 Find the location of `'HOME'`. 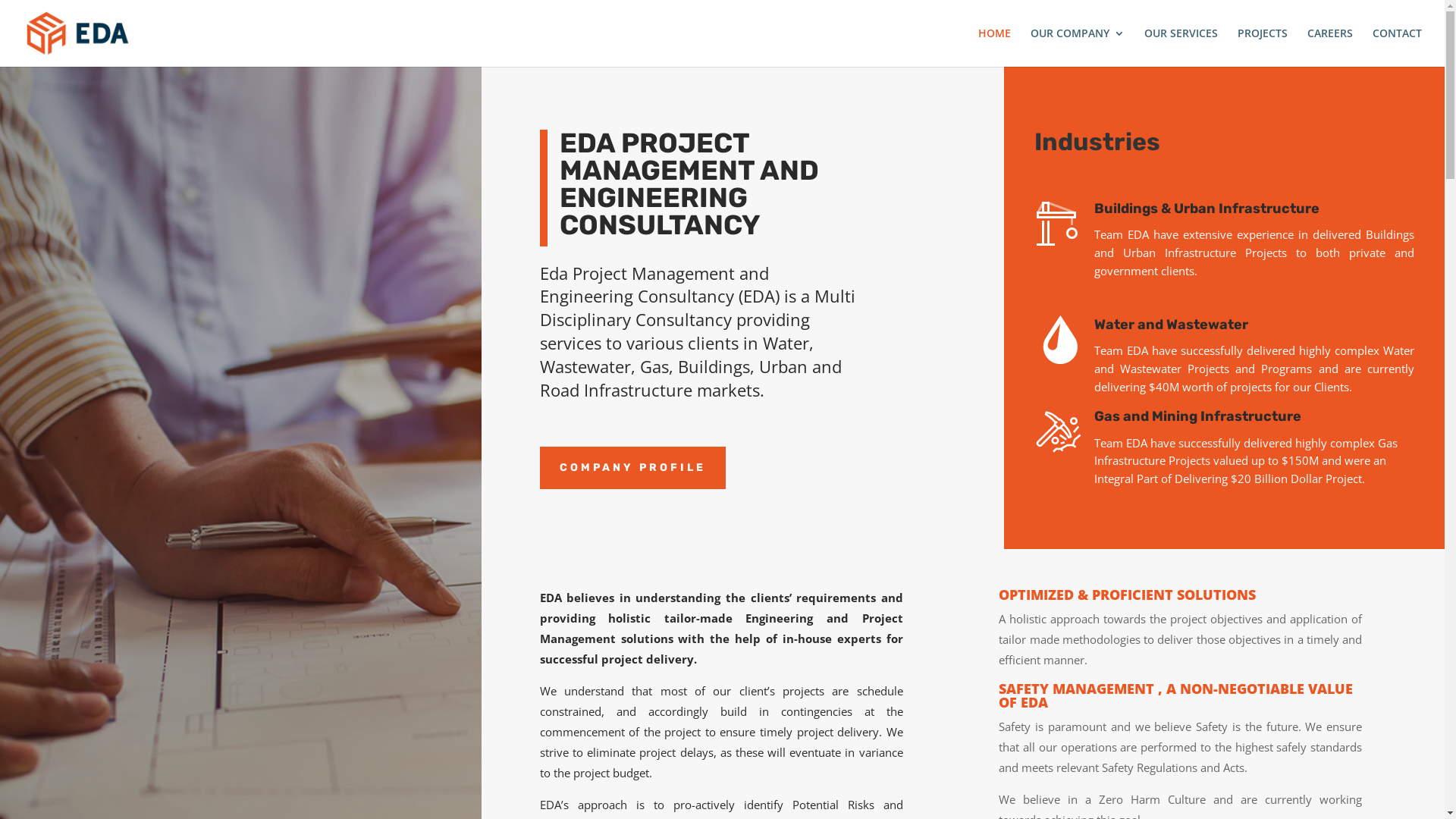

'HOME' is located at coordinates (994, 46).